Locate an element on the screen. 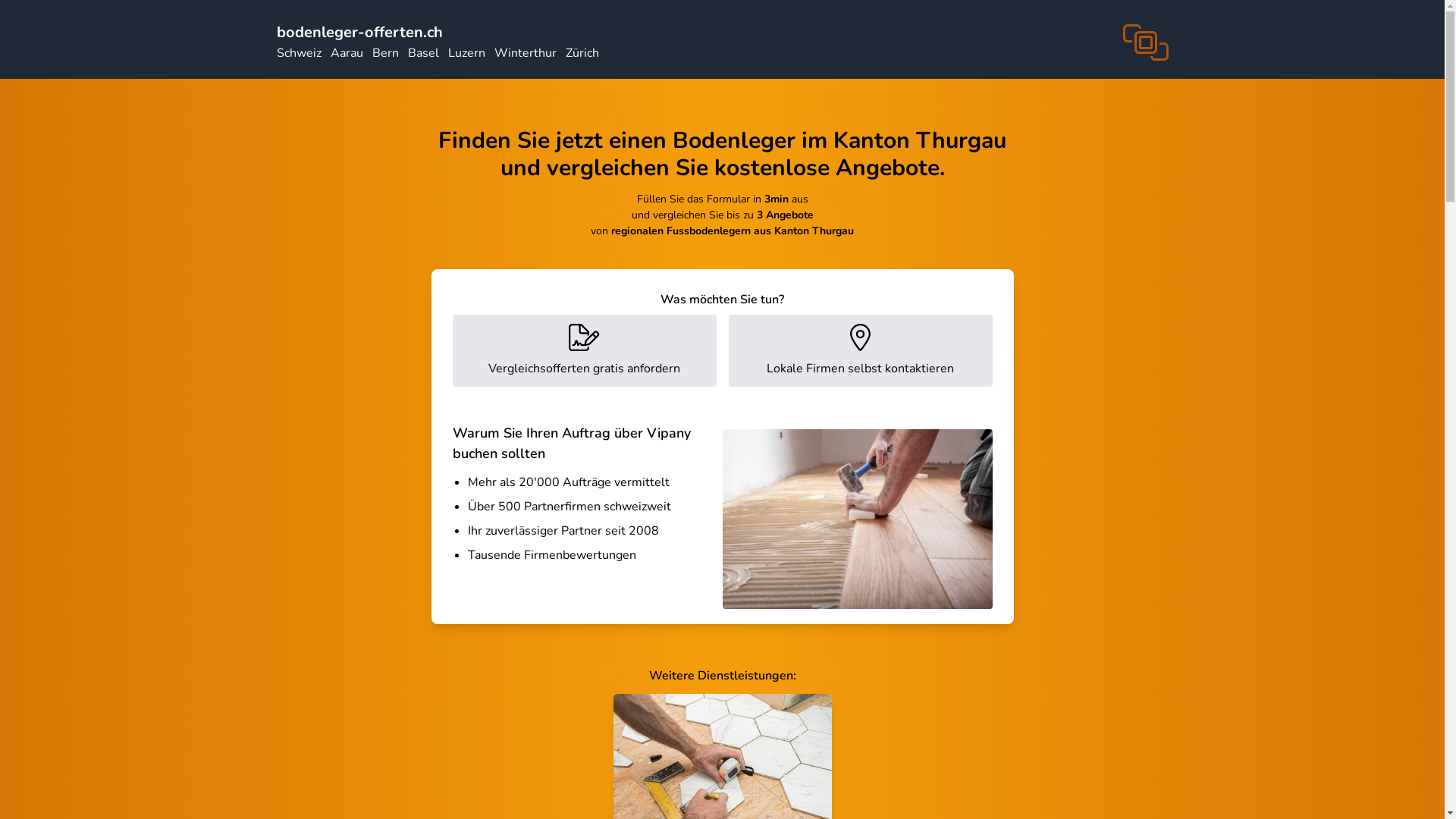 Image resolution: width=1456 pixels, height=819 pixels. 'Bern' is located at coordinates (384, 52).